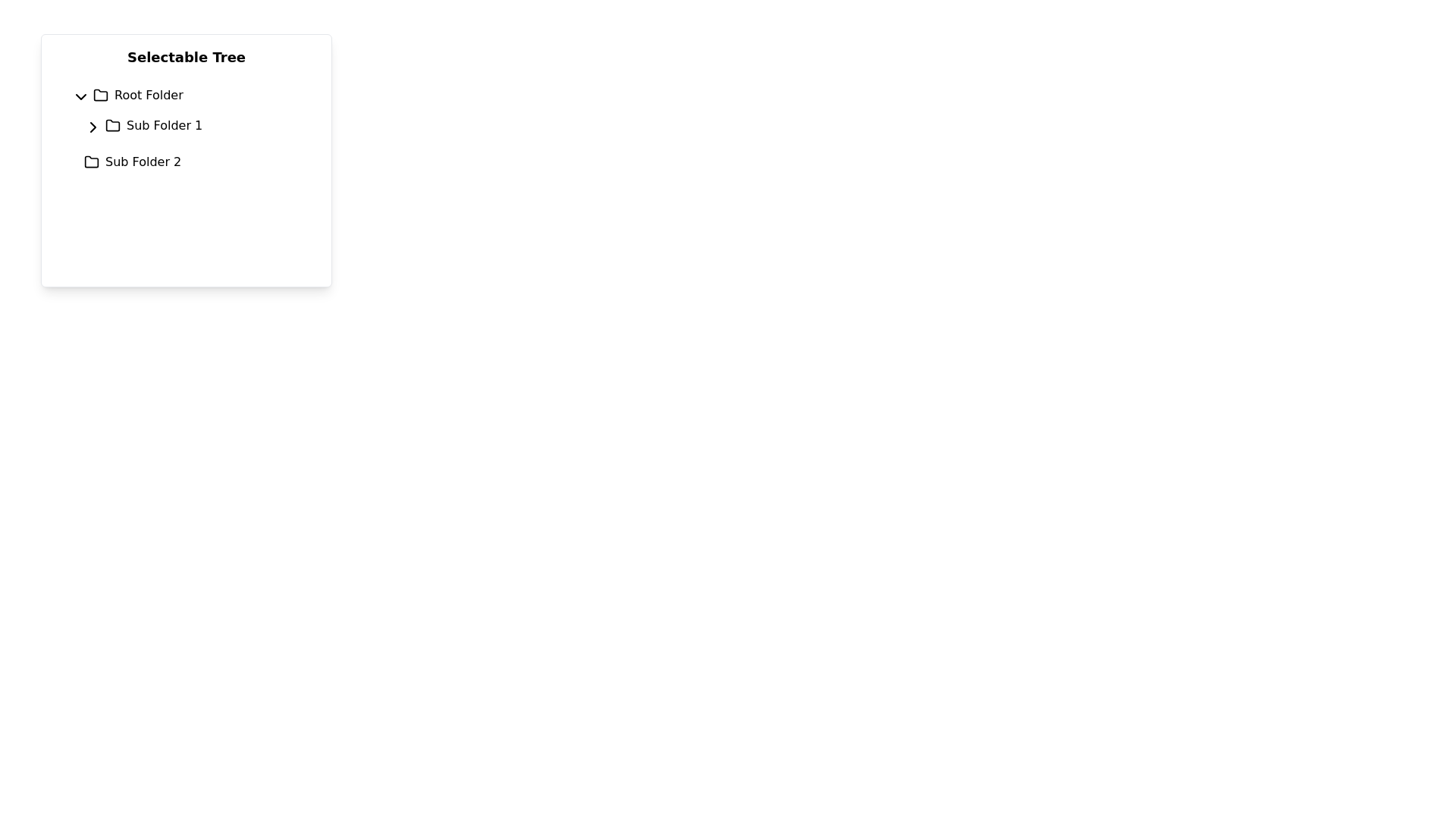  I want to click on the expand indicator icon located to the left of 'Sub Folder 1' in the tree structure, so click(93, 127).